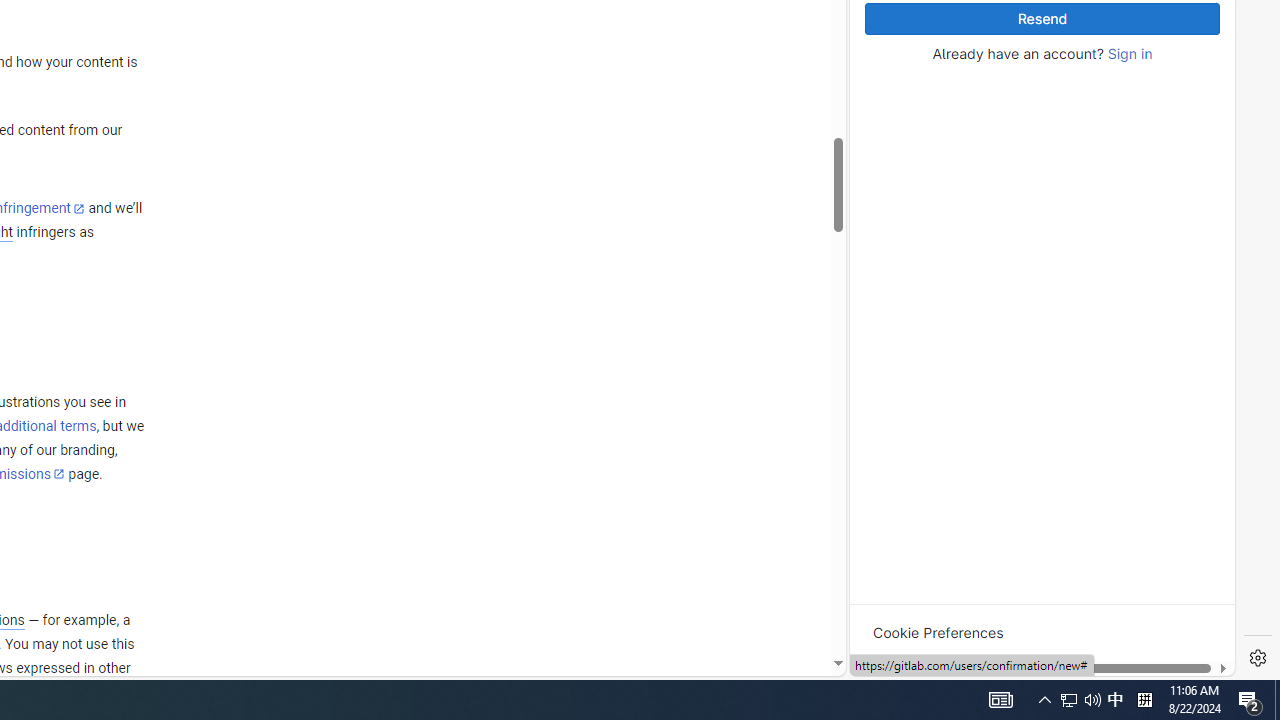 The width and height of the screenshot is (1280, 720). What do you see at coordinates (1257, 658) in the screenshot?
I see `'Settings'` at bounding box center [1257, 658].